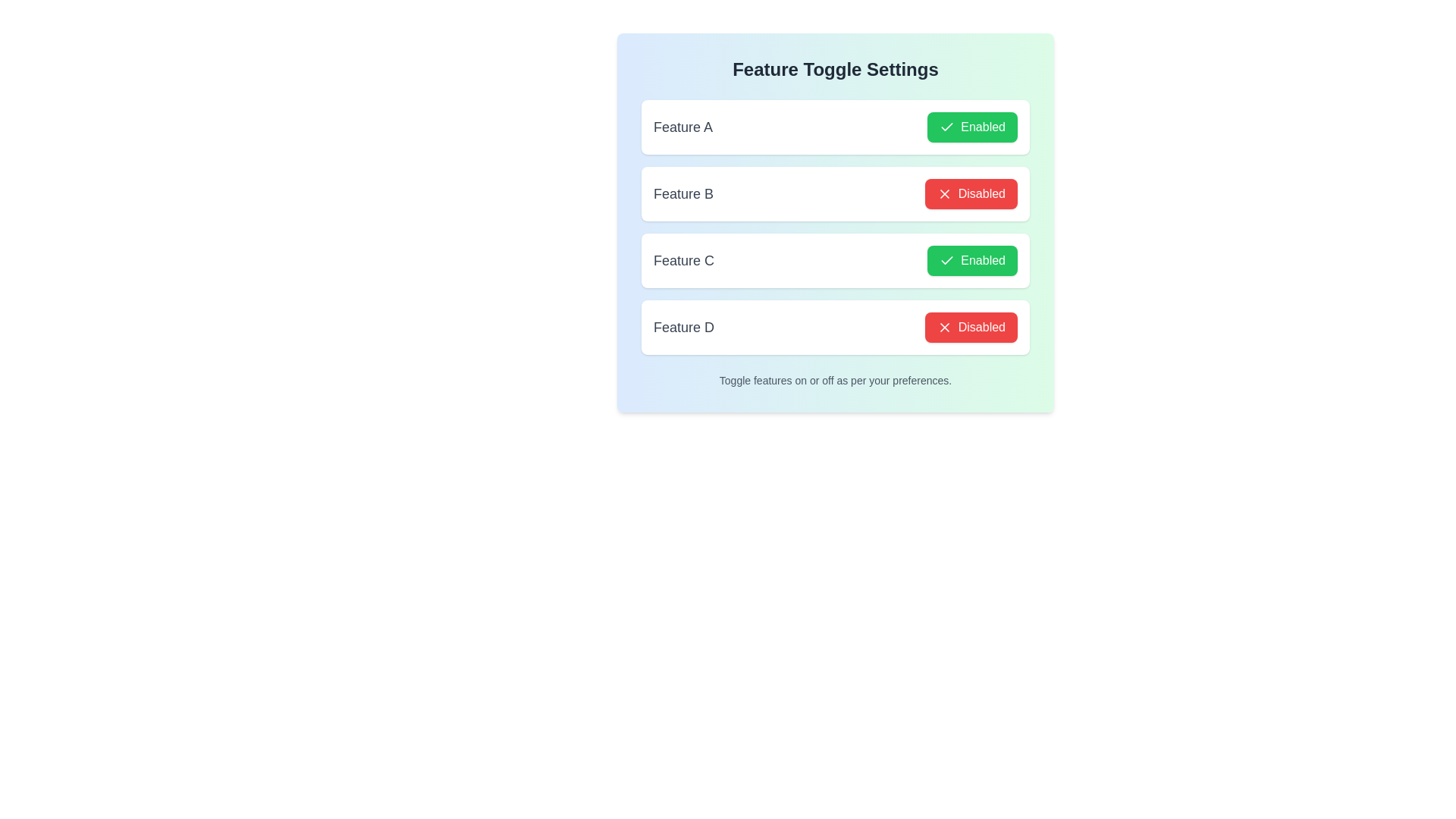  I want to click on the checkmark icon that indicates the enabled state of Feature C, located on the left side of the 'Enabled' button, so click(946, 259).